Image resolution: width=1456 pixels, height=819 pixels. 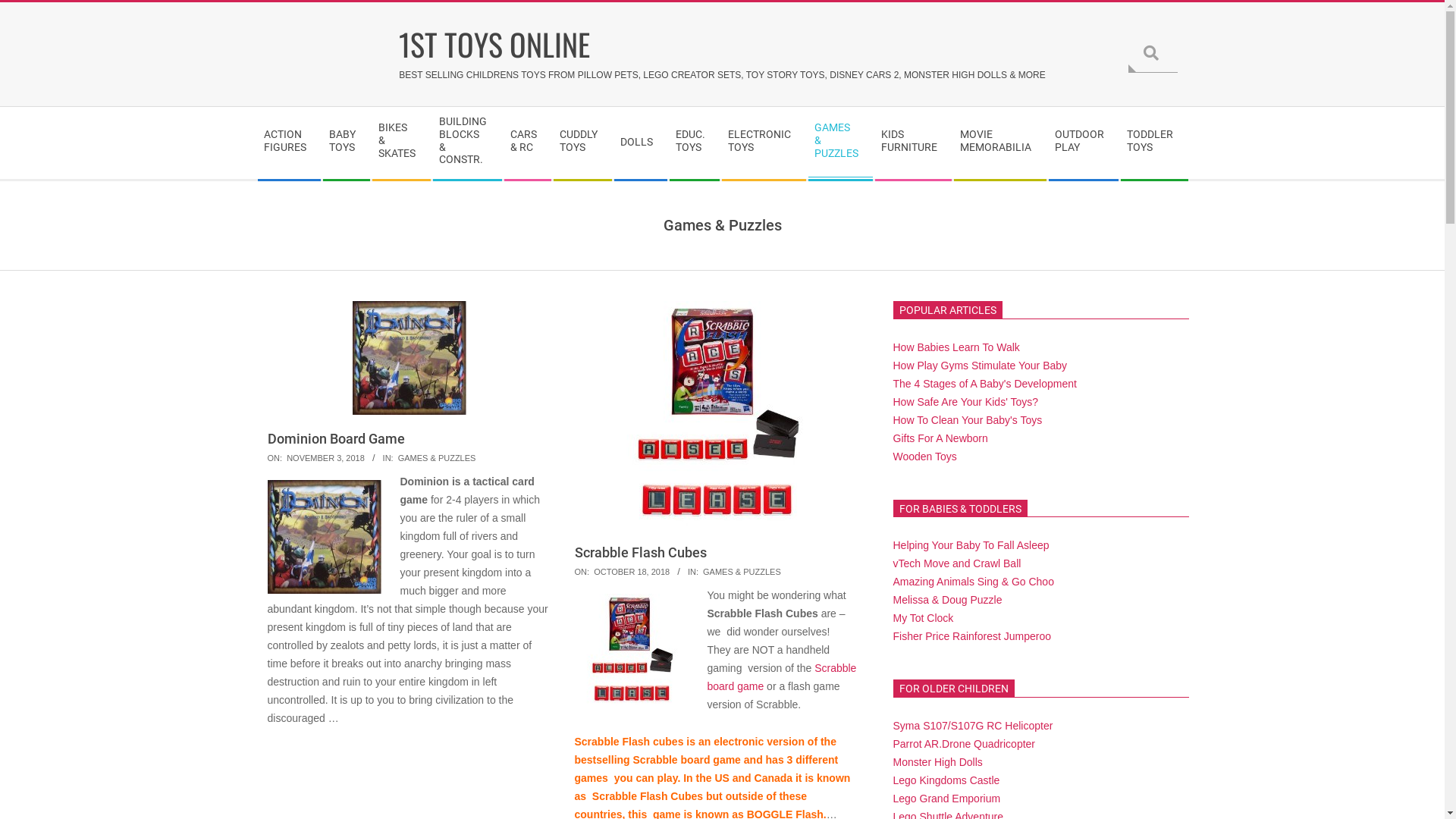 What do you see at coordinates (763, 143) in the screenshot?
I see `'ELECTRONIC TOYS'` at bounding box center [763, 143].